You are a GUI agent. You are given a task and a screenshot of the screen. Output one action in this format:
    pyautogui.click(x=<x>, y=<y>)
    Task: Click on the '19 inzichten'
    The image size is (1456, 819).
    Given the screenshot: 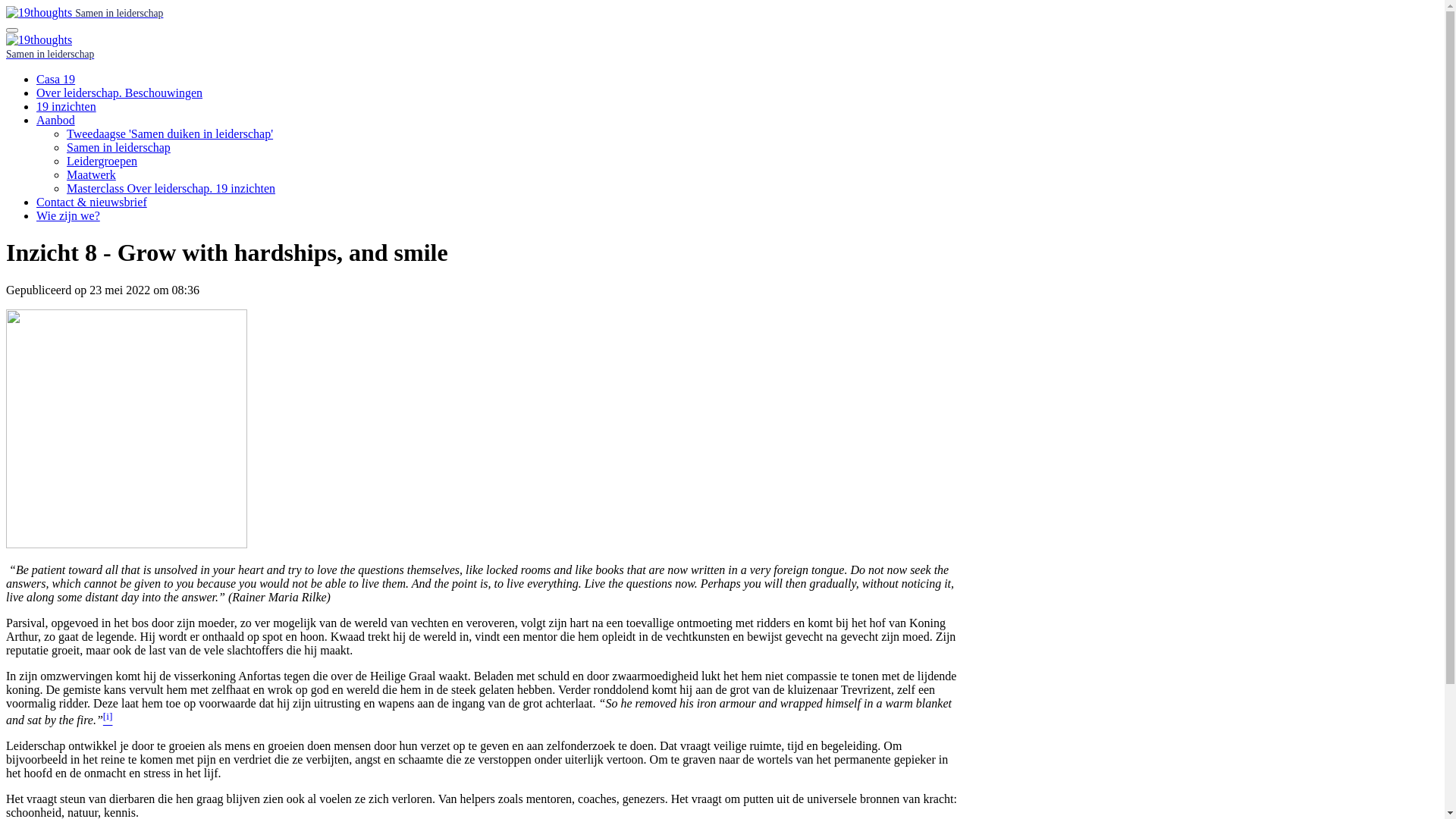 What is the action you would take?
    pyautogui.click(x=36, y=105)
    